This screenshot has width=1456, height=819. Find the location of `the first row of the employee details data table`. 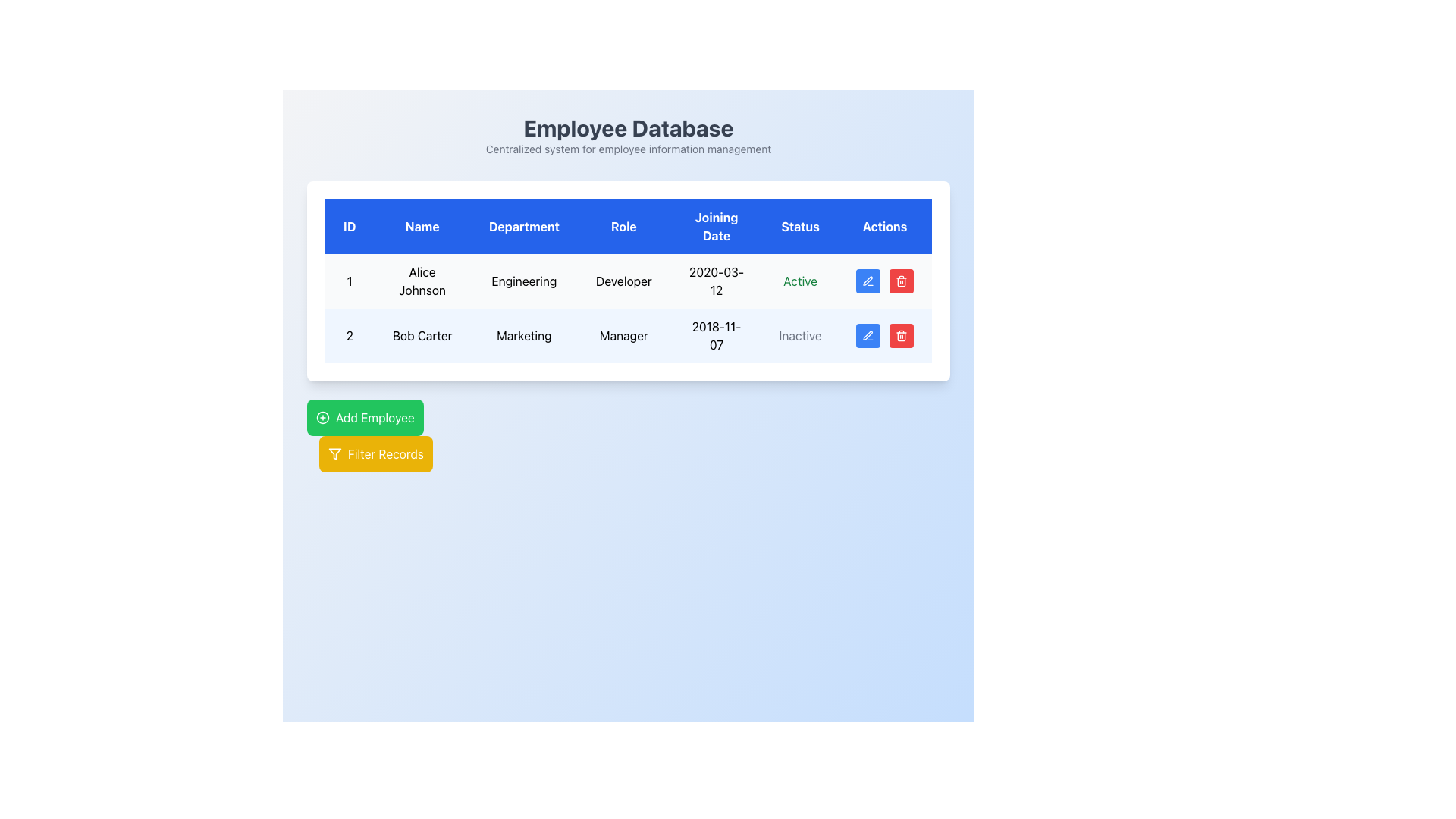

the first row of the employee details data table is located at coordinates (629, 281).